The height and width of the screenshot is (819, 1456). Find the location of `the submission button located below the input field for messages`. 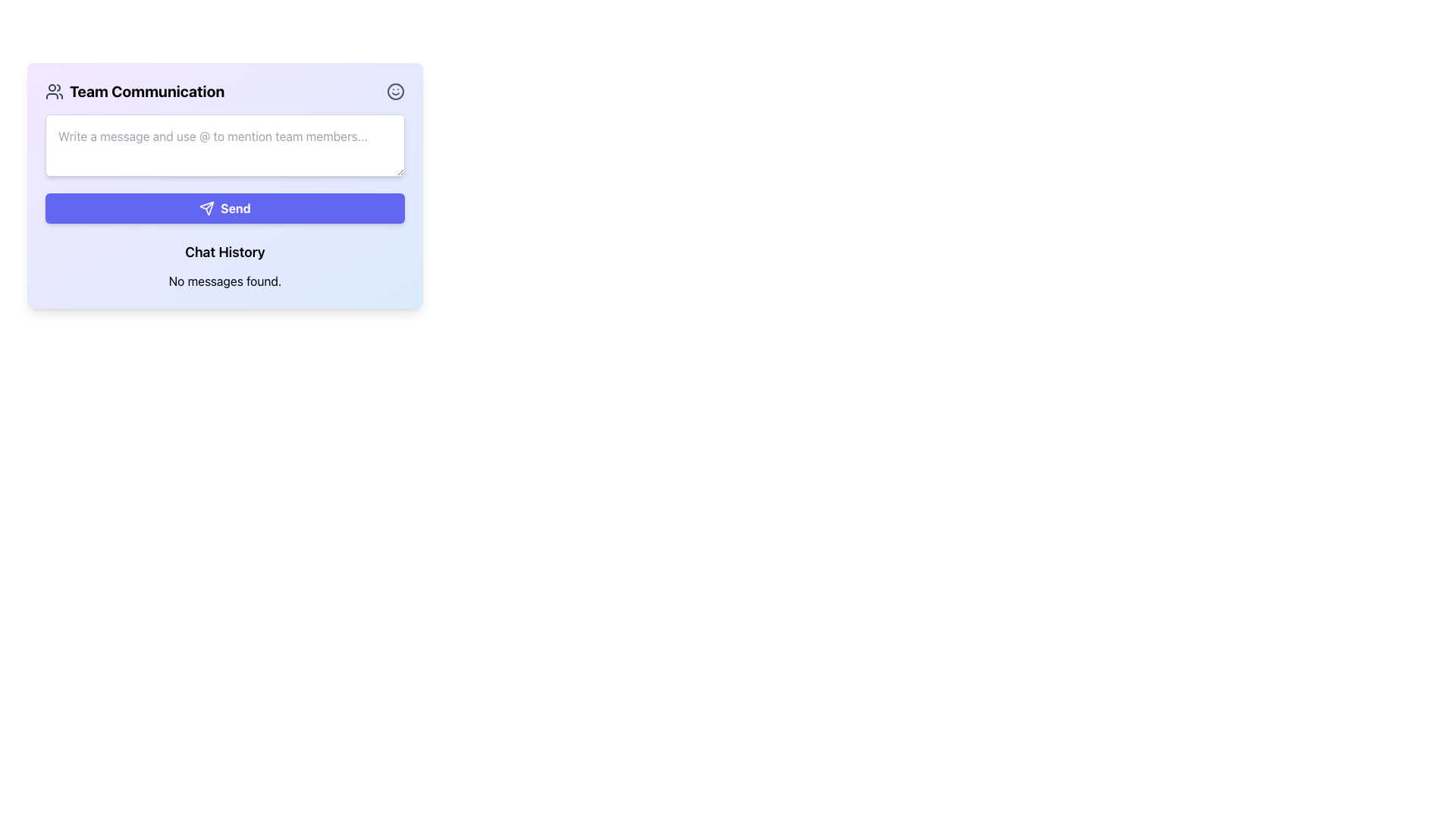

the submission button located below the input field for messages is located at coordinates (224, 208).